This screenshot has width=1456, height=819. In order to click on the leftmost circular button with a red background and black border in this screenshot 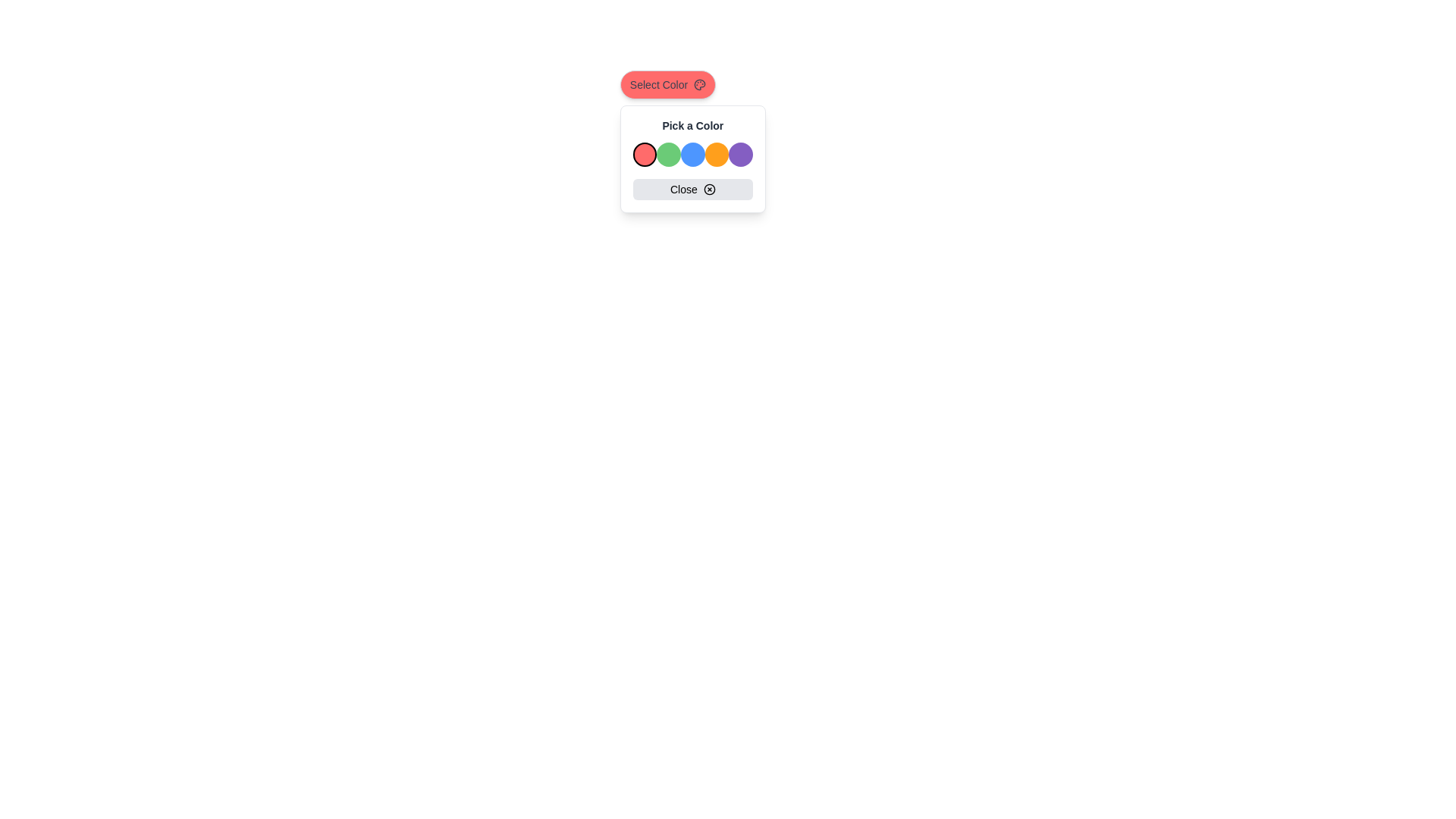, I will do `click(645, 155)`.